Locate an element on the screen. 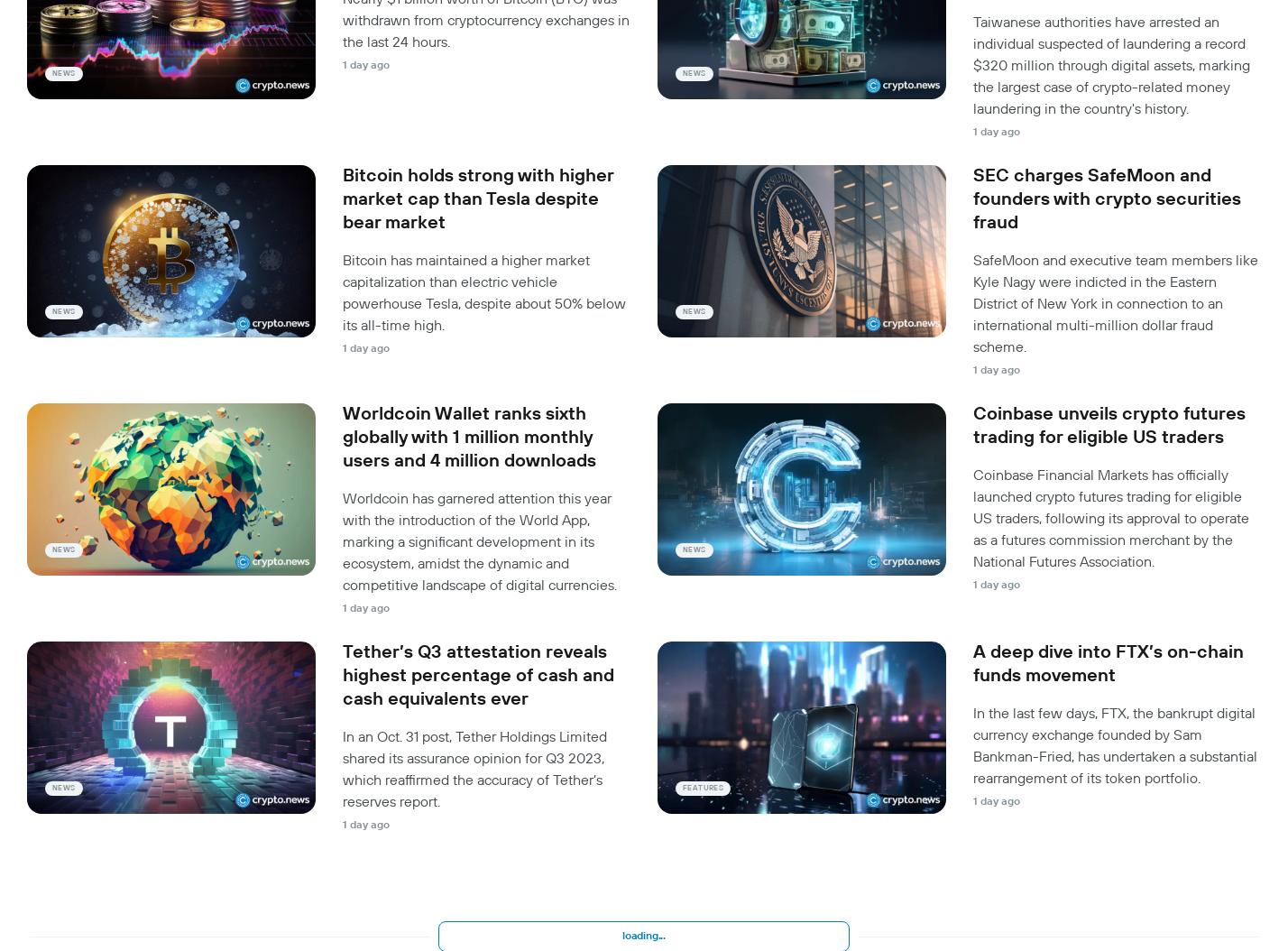  'Taiwanese authorities have arrested an individual suspected of laundering a record $320 million through digital assets, marking the largest case of crypto-related money laundering in the country's history.' is located at coordinates (1111, 63).